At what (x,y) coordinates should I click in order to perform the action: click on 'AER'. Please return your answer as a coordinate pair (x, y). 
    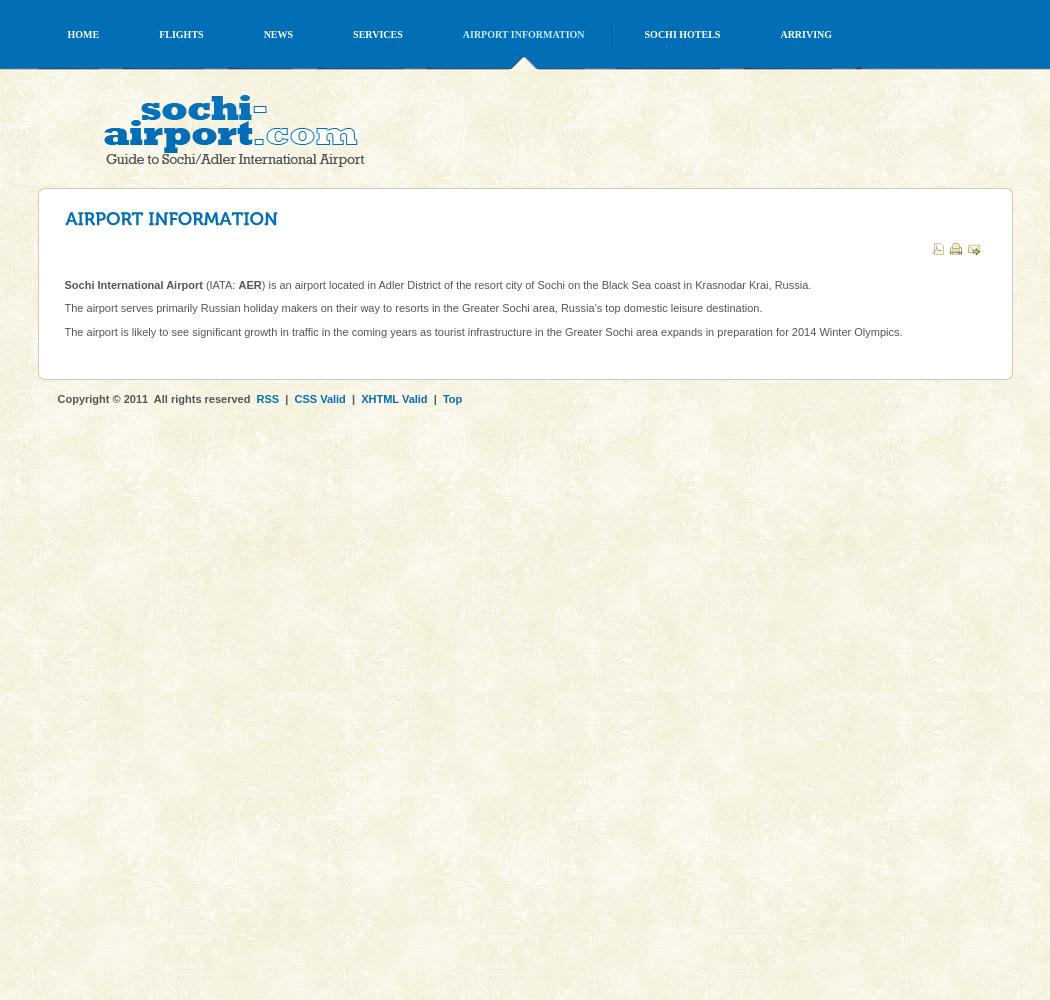
    Looking at the image, I should click on (249, 284).